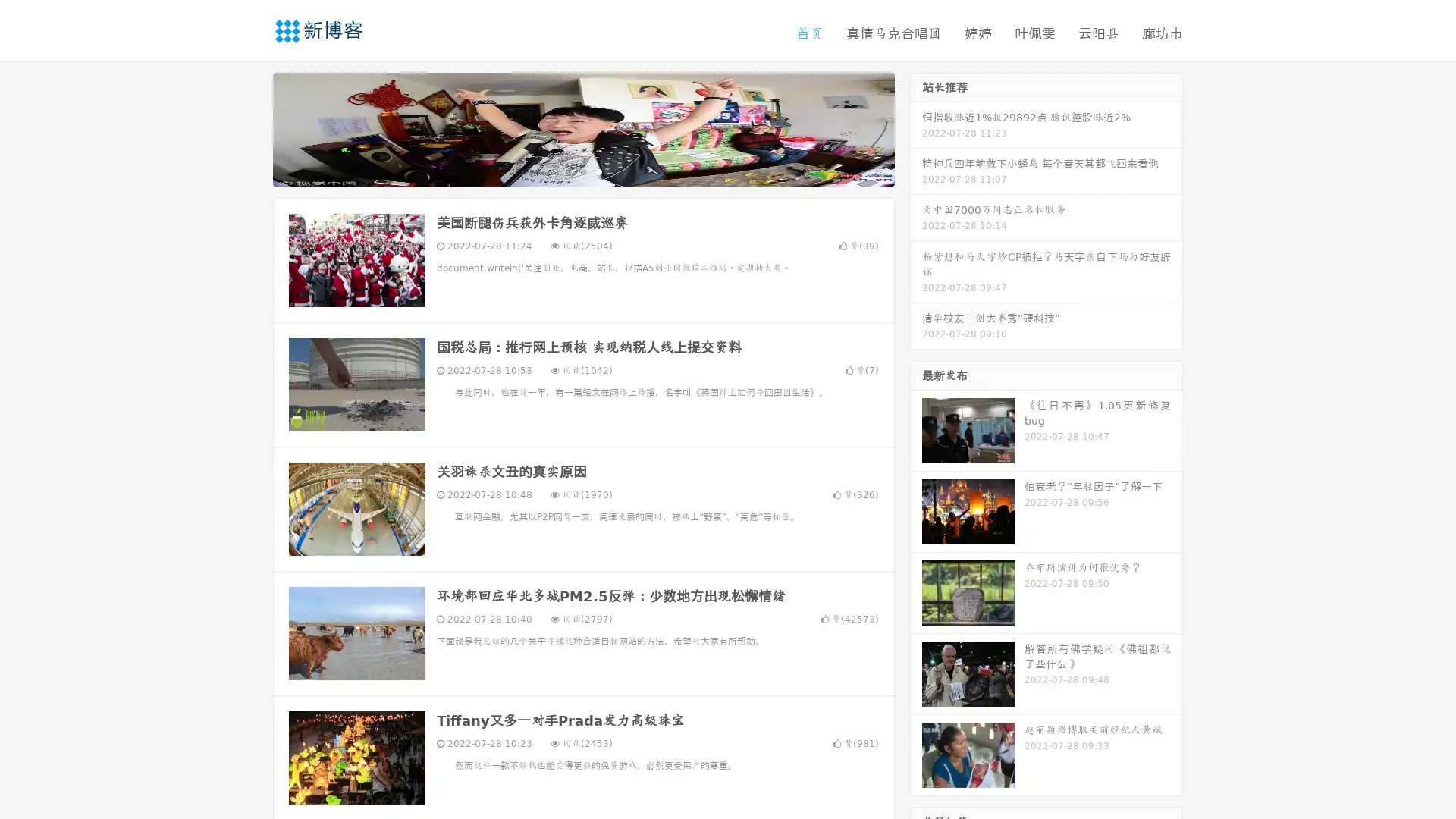 The width and height of the screenshot is (1456, 819). I want to click on Go to slide 3, so click(598, 171).